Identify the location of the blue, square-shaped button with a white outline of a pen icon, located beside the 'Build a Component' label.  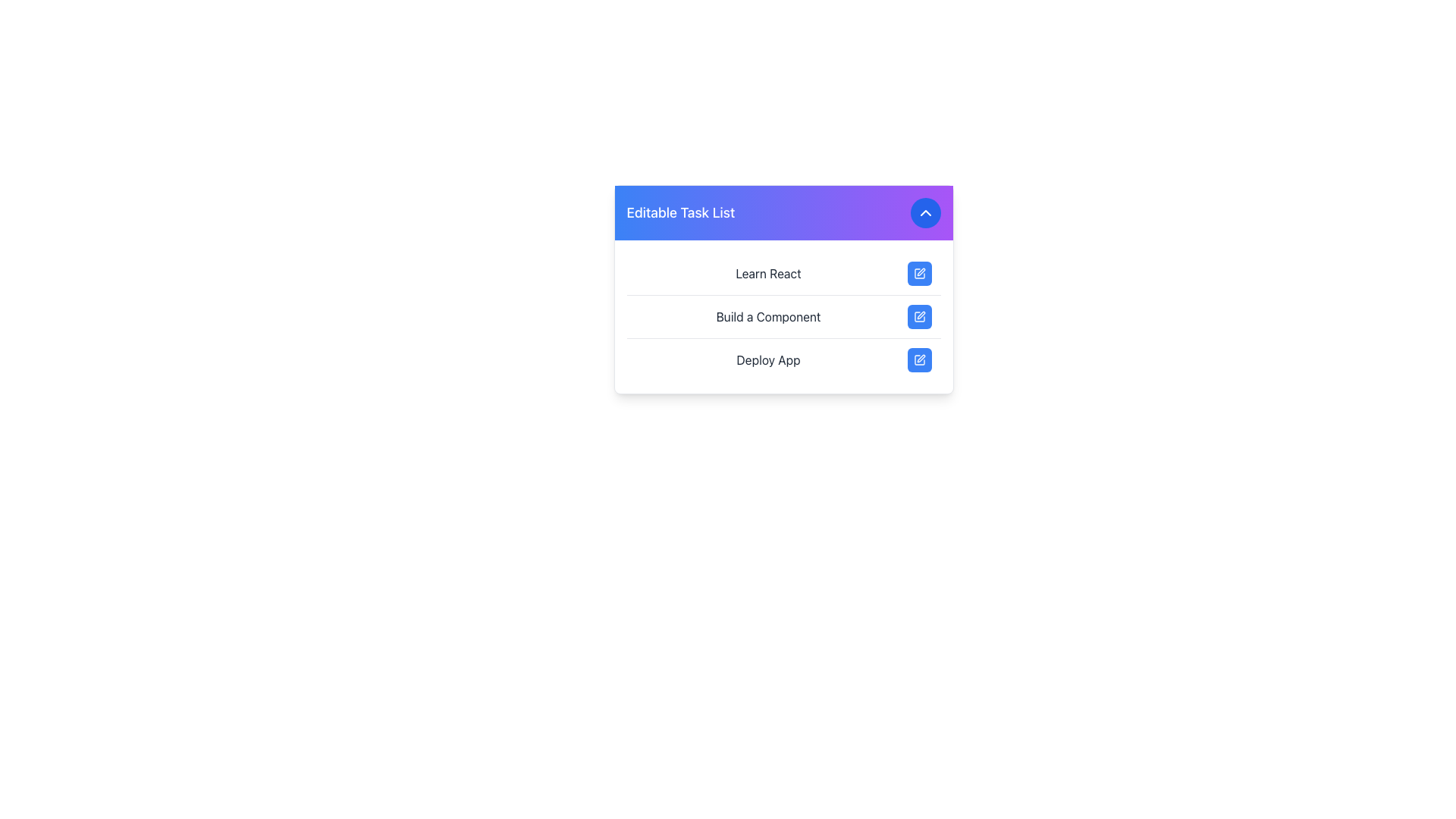
(918, 315).